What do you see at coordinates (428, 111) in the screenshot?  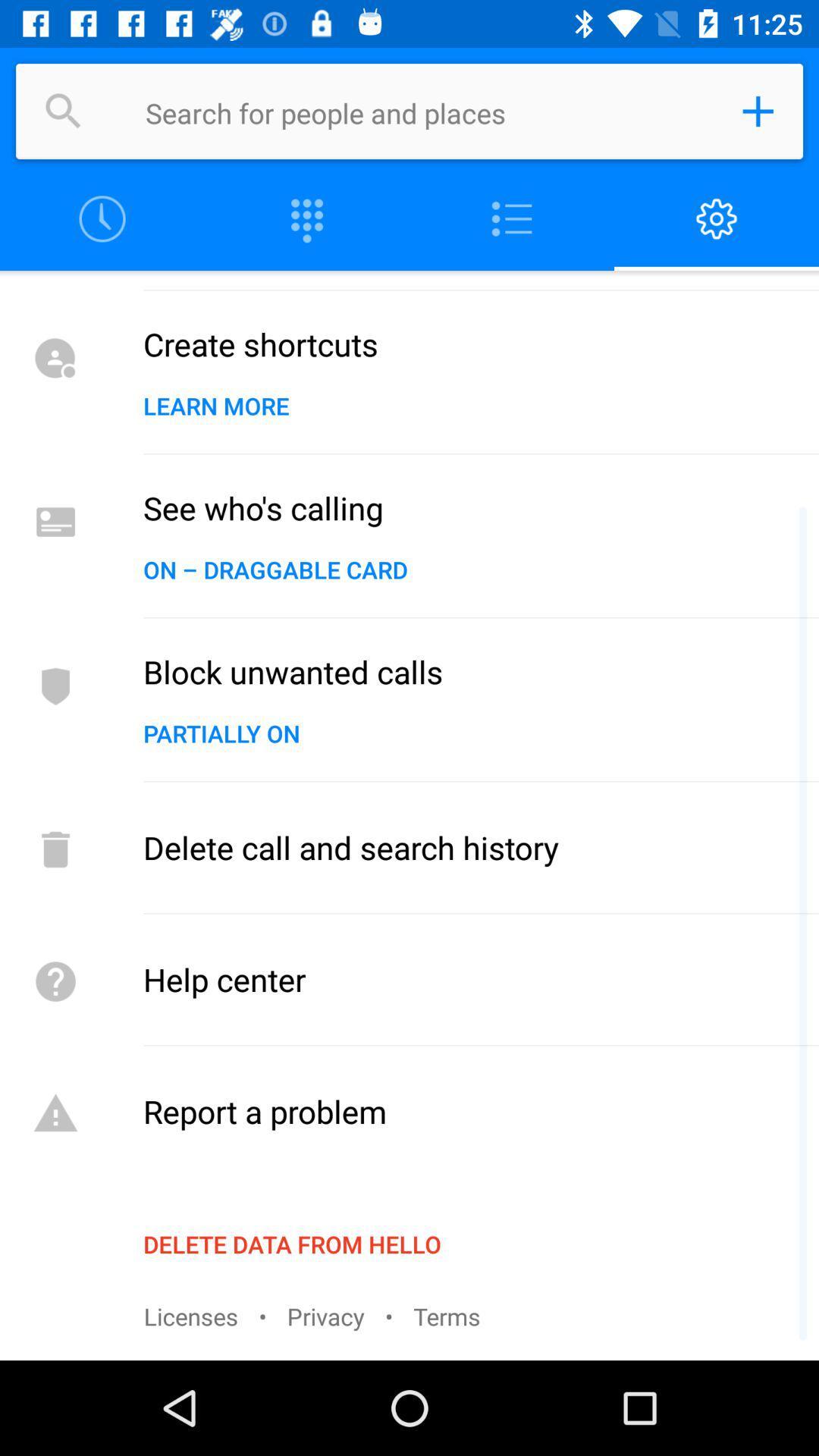 I see `search for people/places` at bounding box center [428, 111].